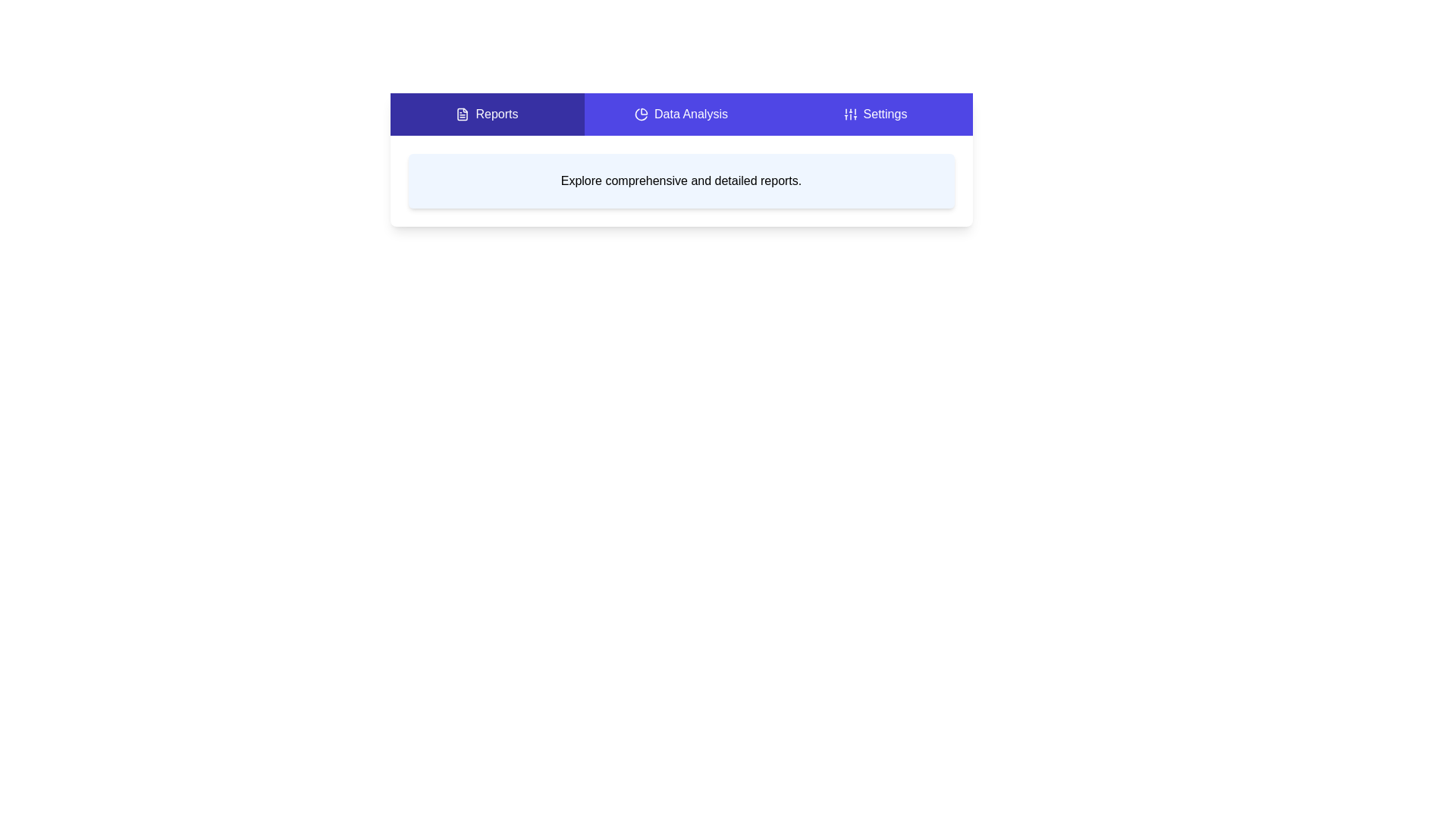  Describe the element at coordinates (875, 113) in the screenshot. I see `the Settings tab to view its content` at that location.